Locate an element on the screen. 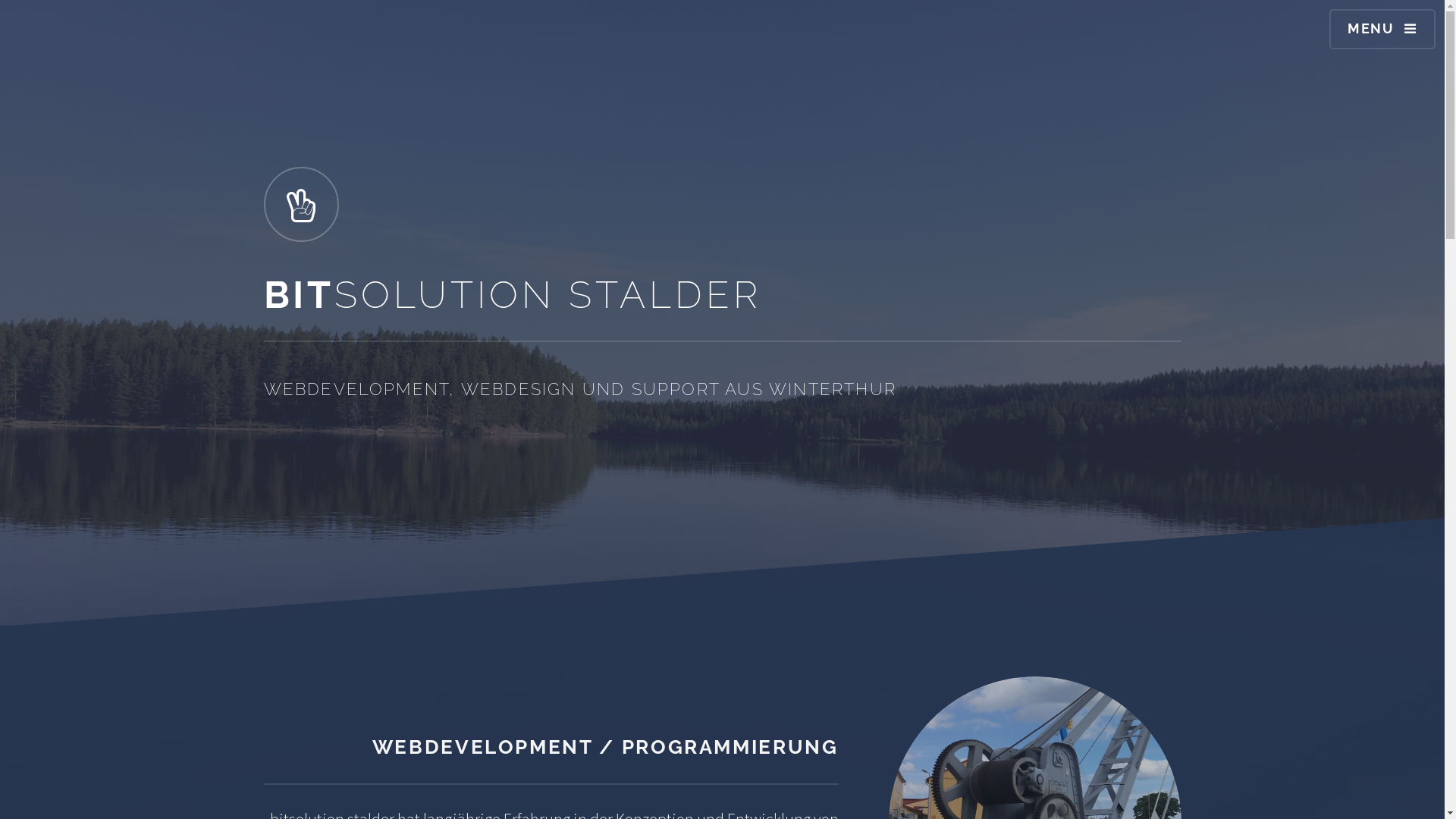 This screenshot has height=819, width=1456. 'MENU' is located at coordinates (1328, 29).